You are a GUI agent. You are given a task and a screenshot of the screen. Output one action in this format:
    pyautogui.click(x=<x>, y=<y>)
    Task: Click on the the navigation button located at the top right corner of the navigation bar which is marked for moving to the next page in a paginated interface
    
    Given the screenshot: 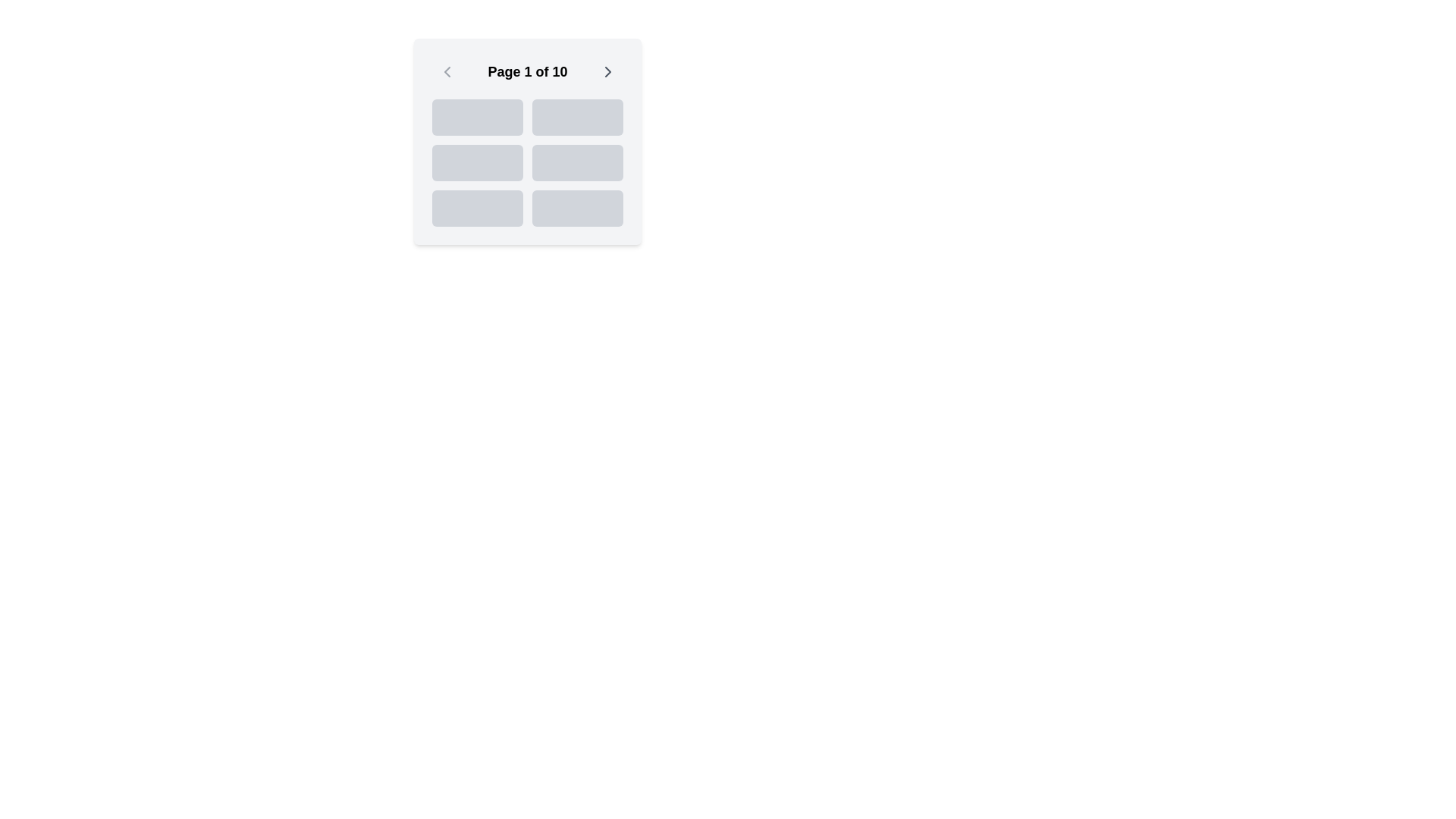 What is the action you would take?
    pyautogui.click(x=607, y=72)
    